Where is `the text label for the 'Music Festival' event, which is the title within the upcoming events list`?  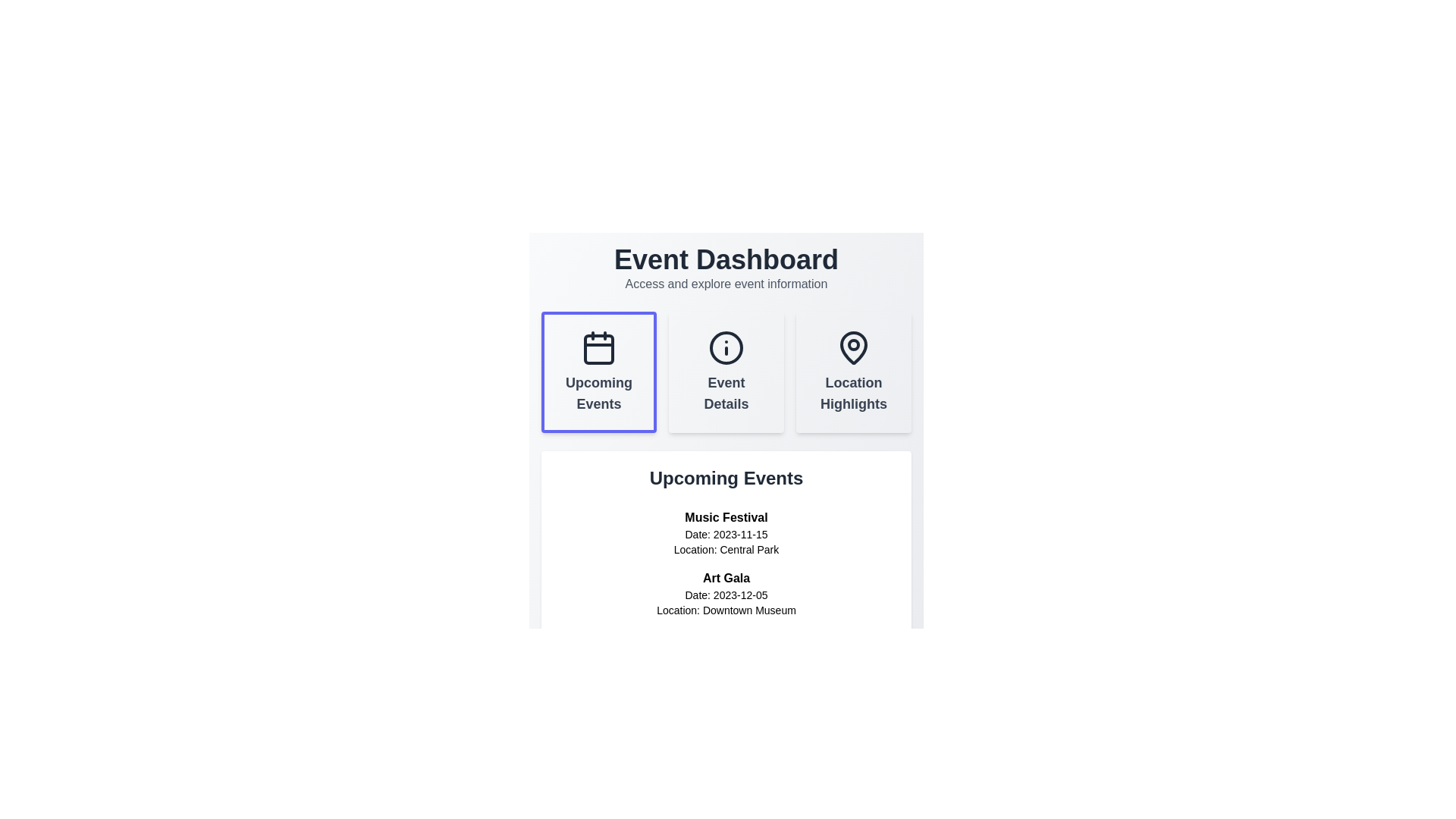 the text label for the 'Music Festival' event, which is the title within the upcoming events list is located at coordinates (726, 516).